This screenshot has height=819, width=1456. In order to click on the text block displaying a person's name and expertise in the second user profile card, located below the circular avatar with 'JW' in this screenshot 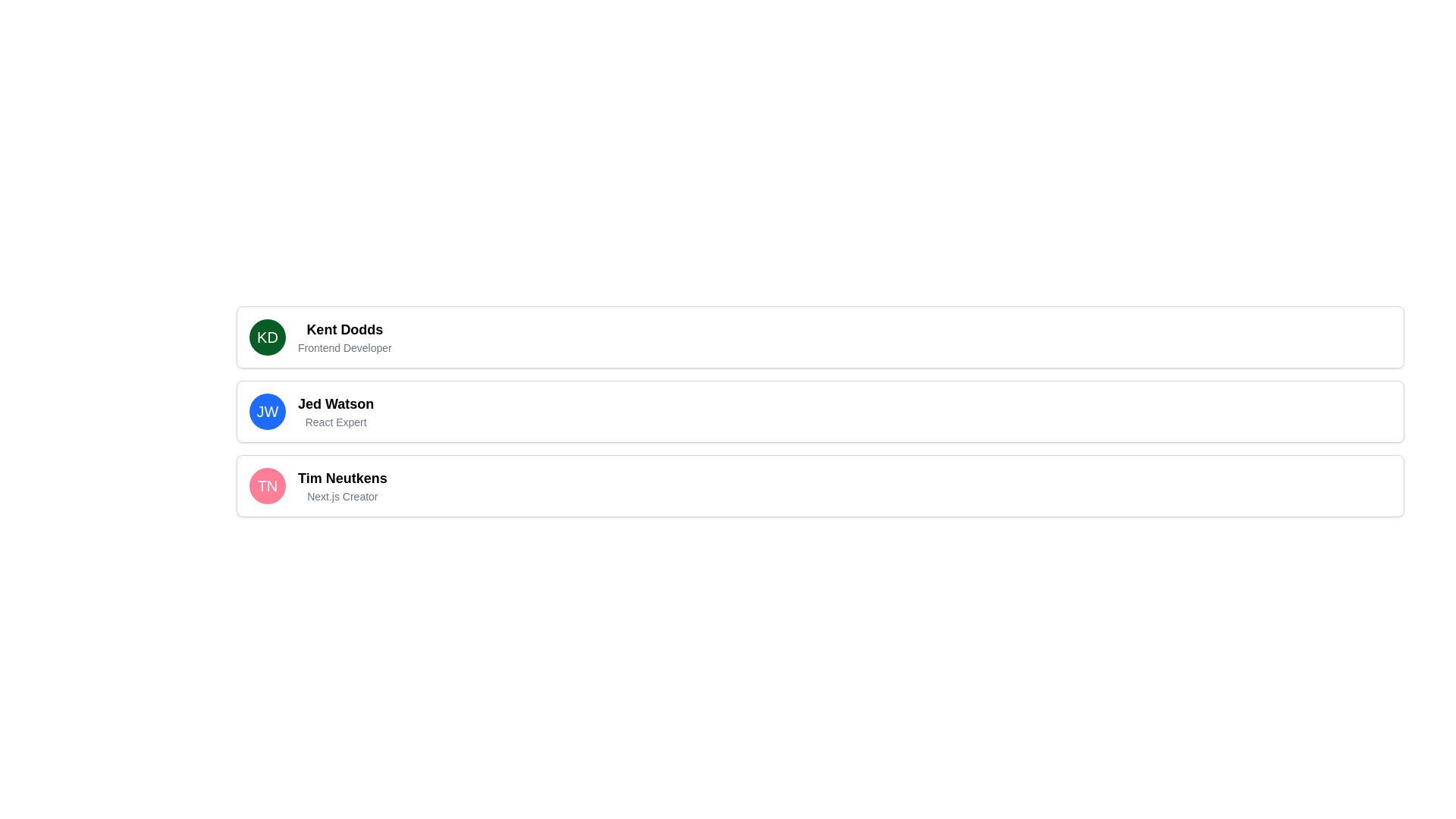, I will do `click(335, 412)`.